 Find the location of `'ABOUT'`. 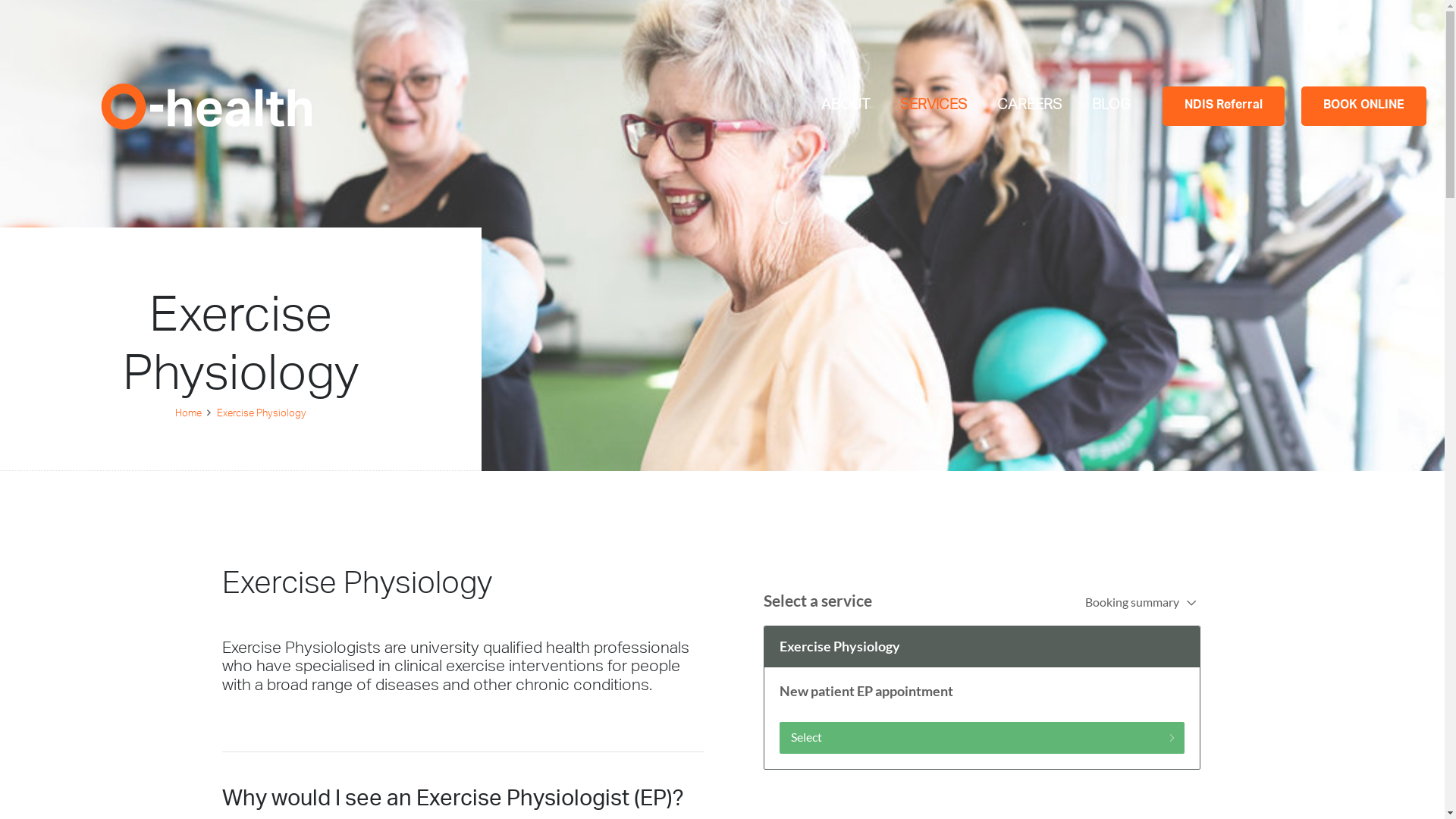

'ABOUT' is located at coordinates (844, 105).